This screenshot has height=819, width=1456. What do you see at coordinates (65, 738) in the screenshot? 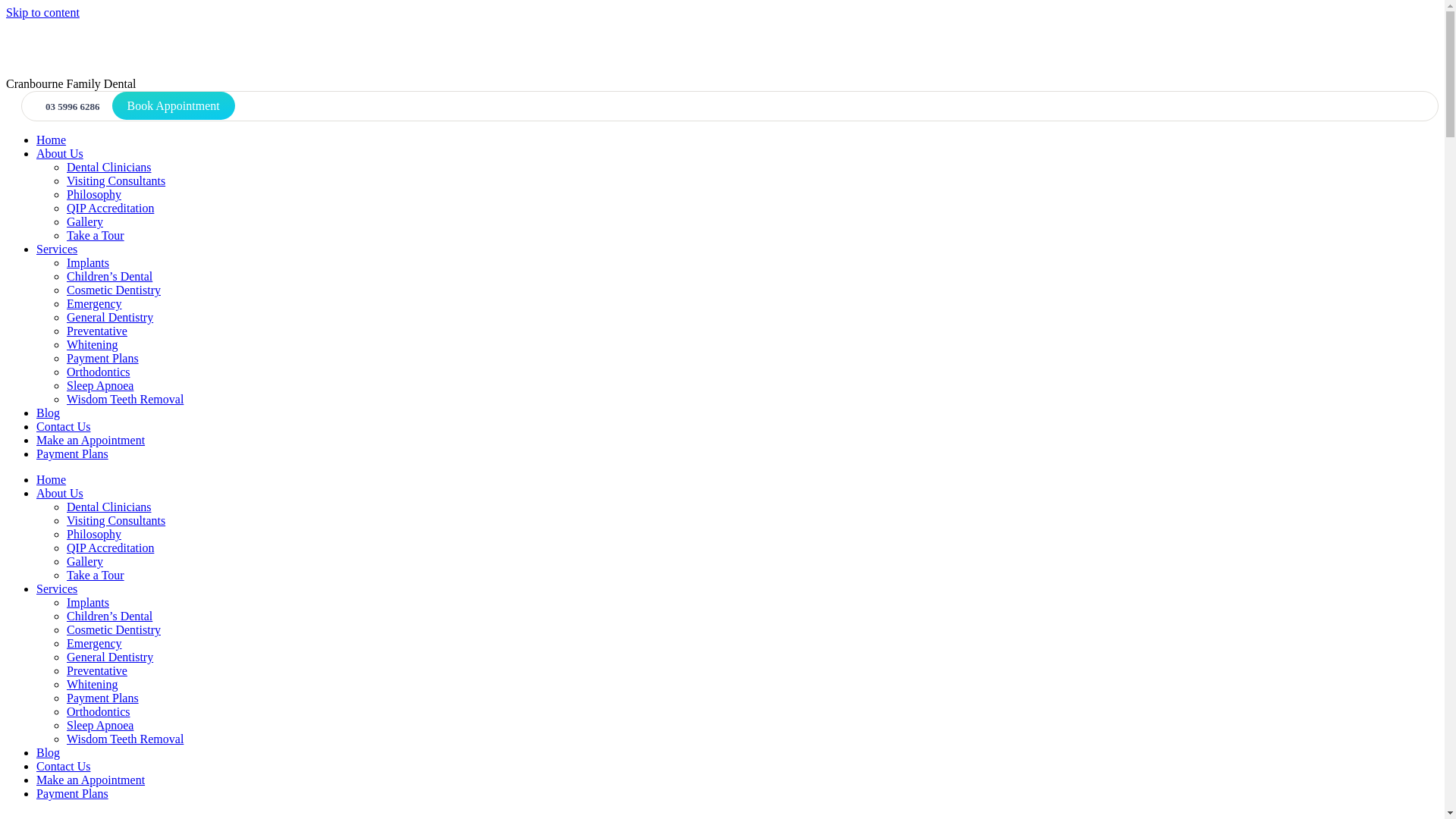
I see `'Wisdom Teeth Removal'` at bounding box center [65, 738].